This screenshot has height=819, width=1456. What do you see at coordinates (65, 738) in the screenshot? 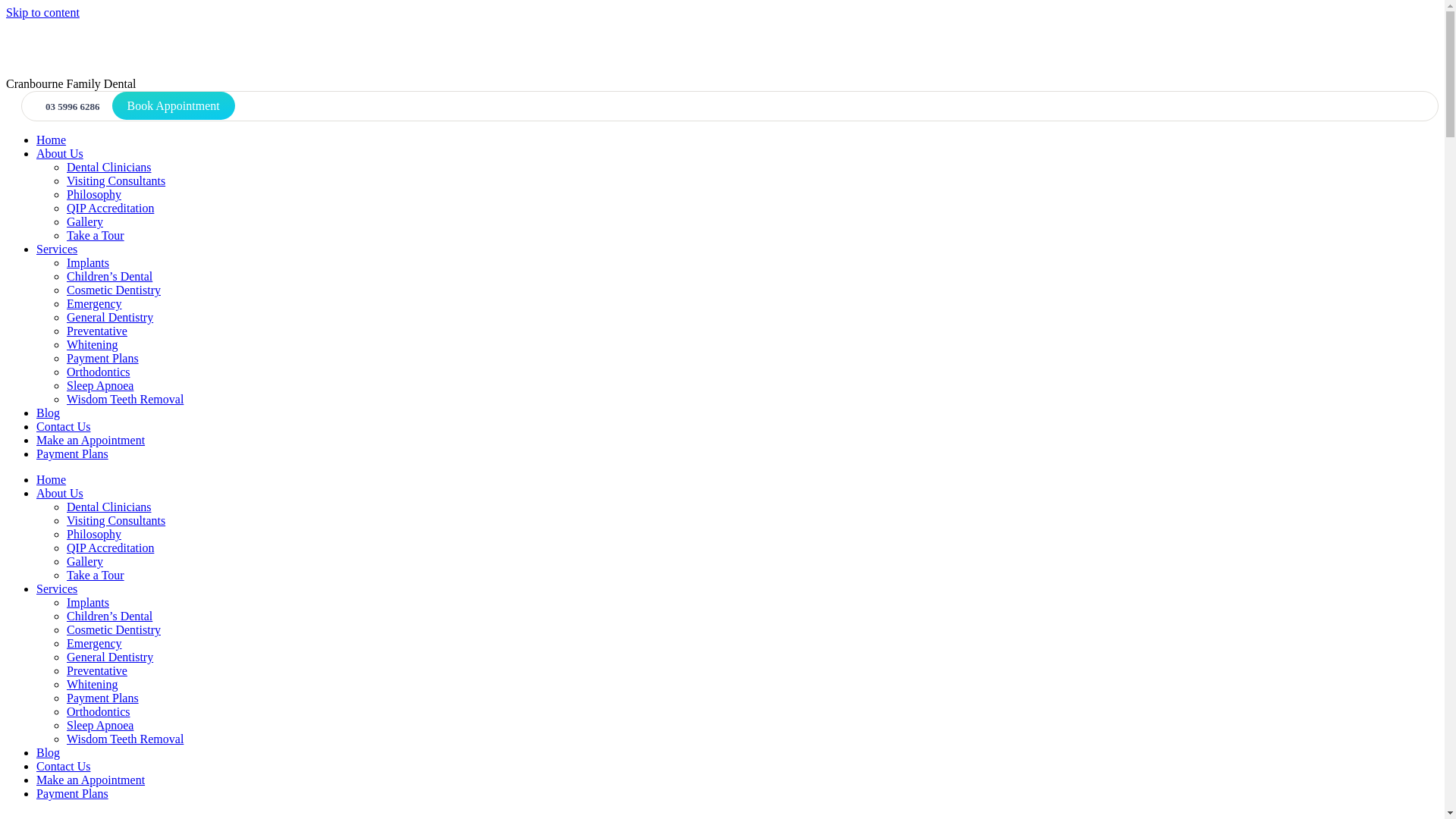
I see `'Wisdom Teeth Removal'` at bounding box center [65, 738].